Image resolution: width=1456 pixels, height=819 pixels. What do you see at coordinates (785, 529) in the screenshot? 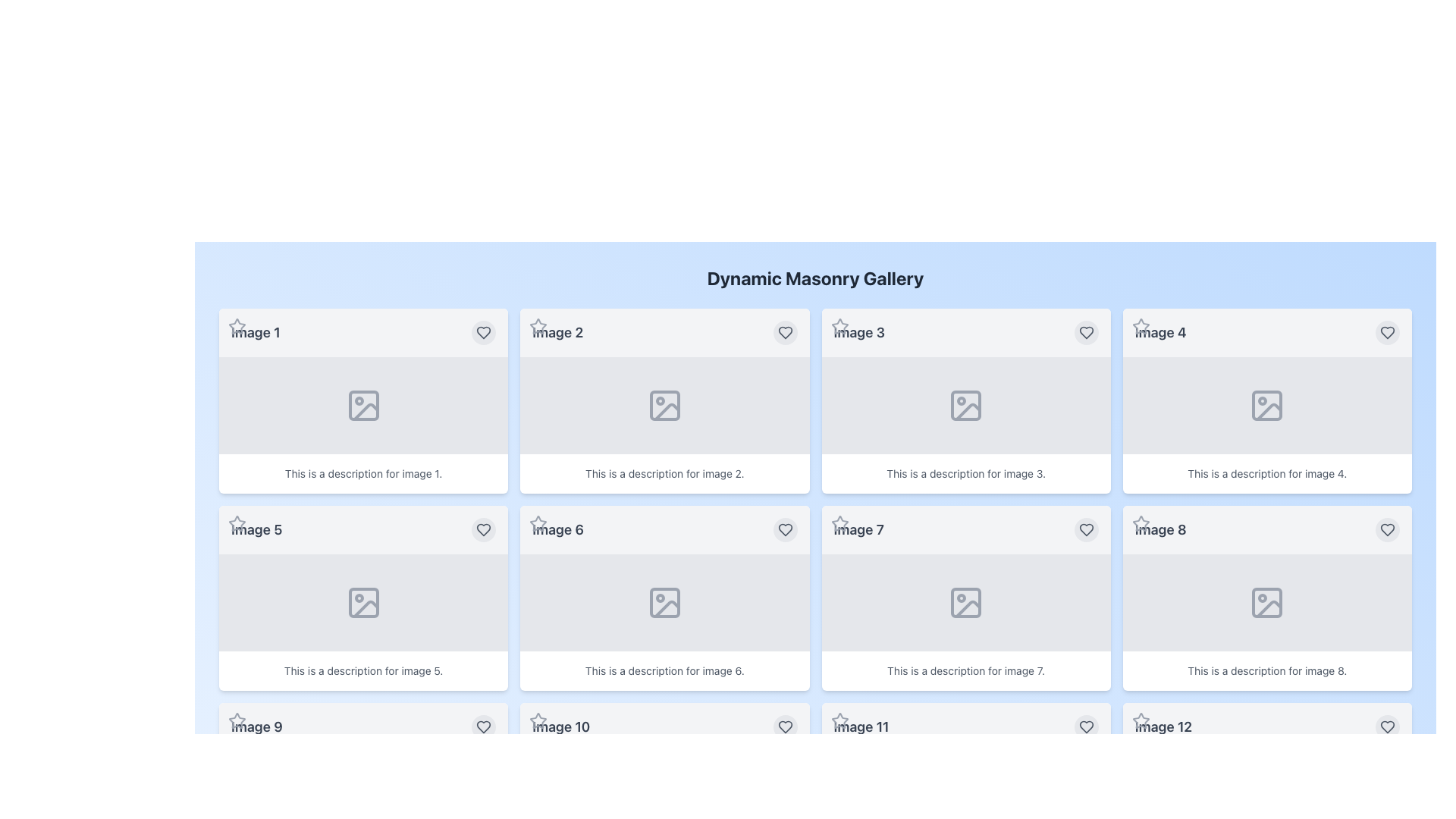
I see `the button in the top-right corner of the sixth card in the Dynamic Masonry Gallery to mark 'Image 6' as a favorite` at bounding box center [785, 529].